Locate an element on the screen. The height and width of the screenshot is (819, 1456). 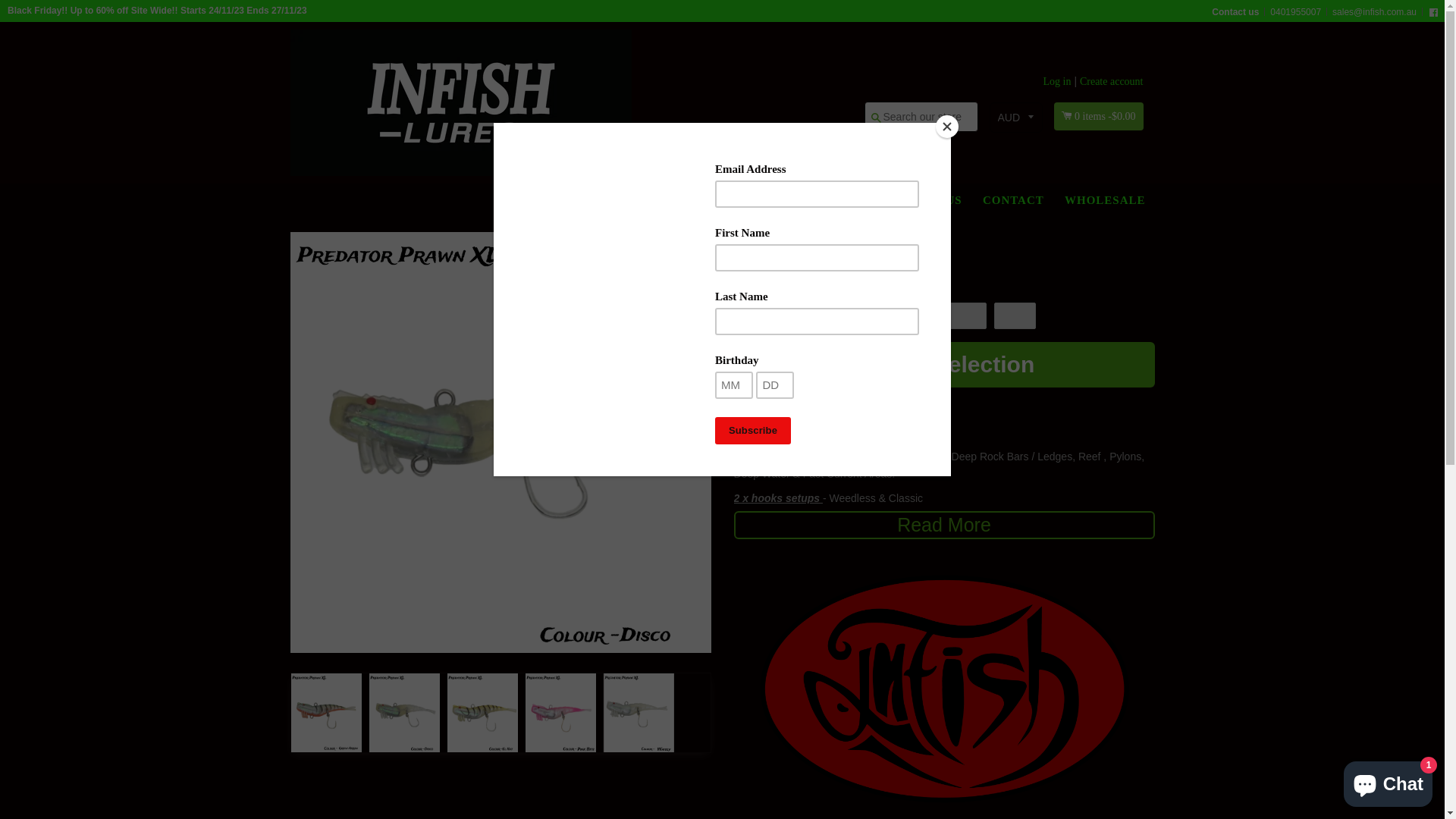
'0 items -$0.00' is located at coordinates (1099, 115).